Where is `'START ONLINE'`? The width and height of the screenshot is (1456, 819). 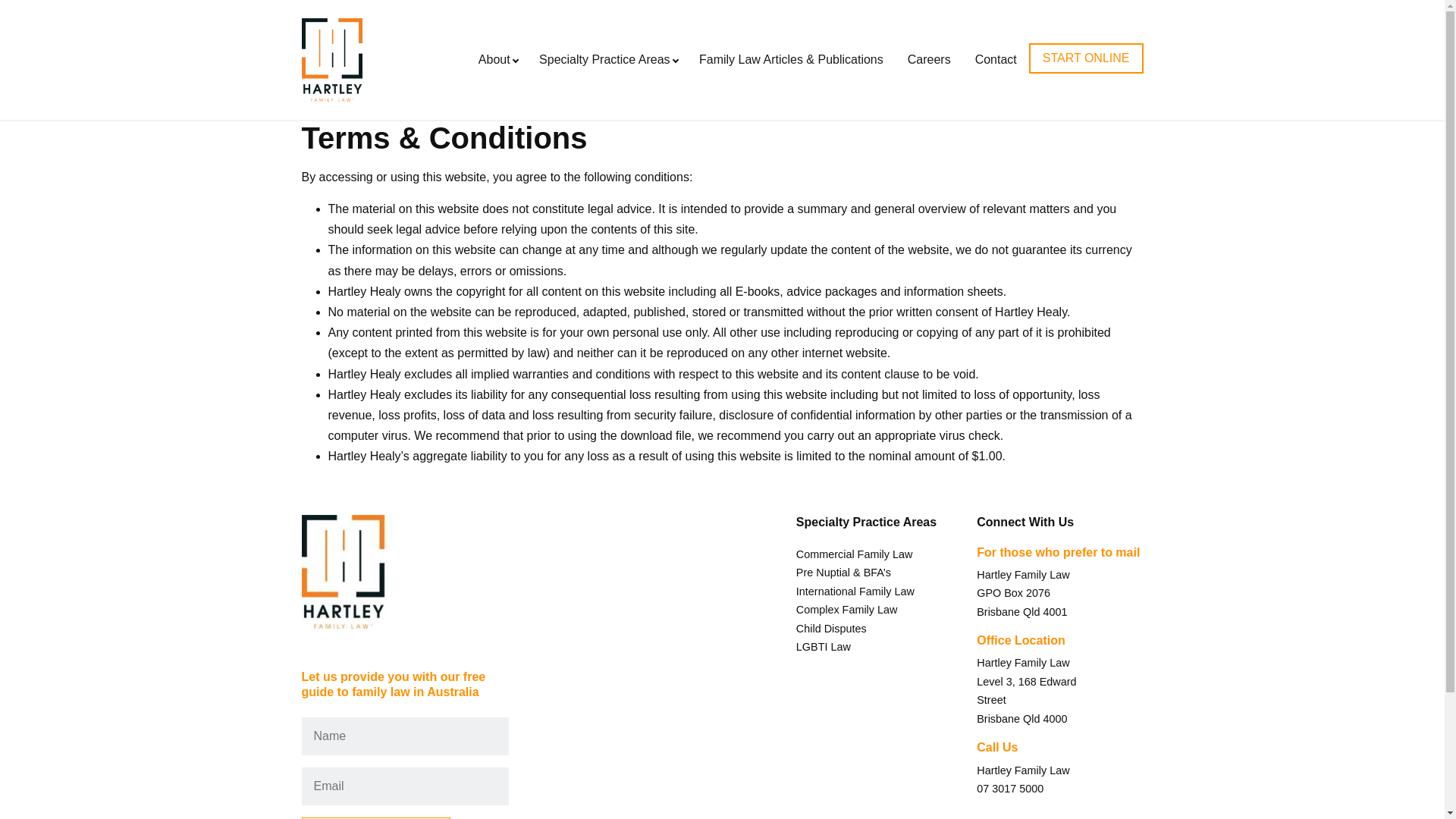
'START ONLINE' is located at coordinates (1029, 58).